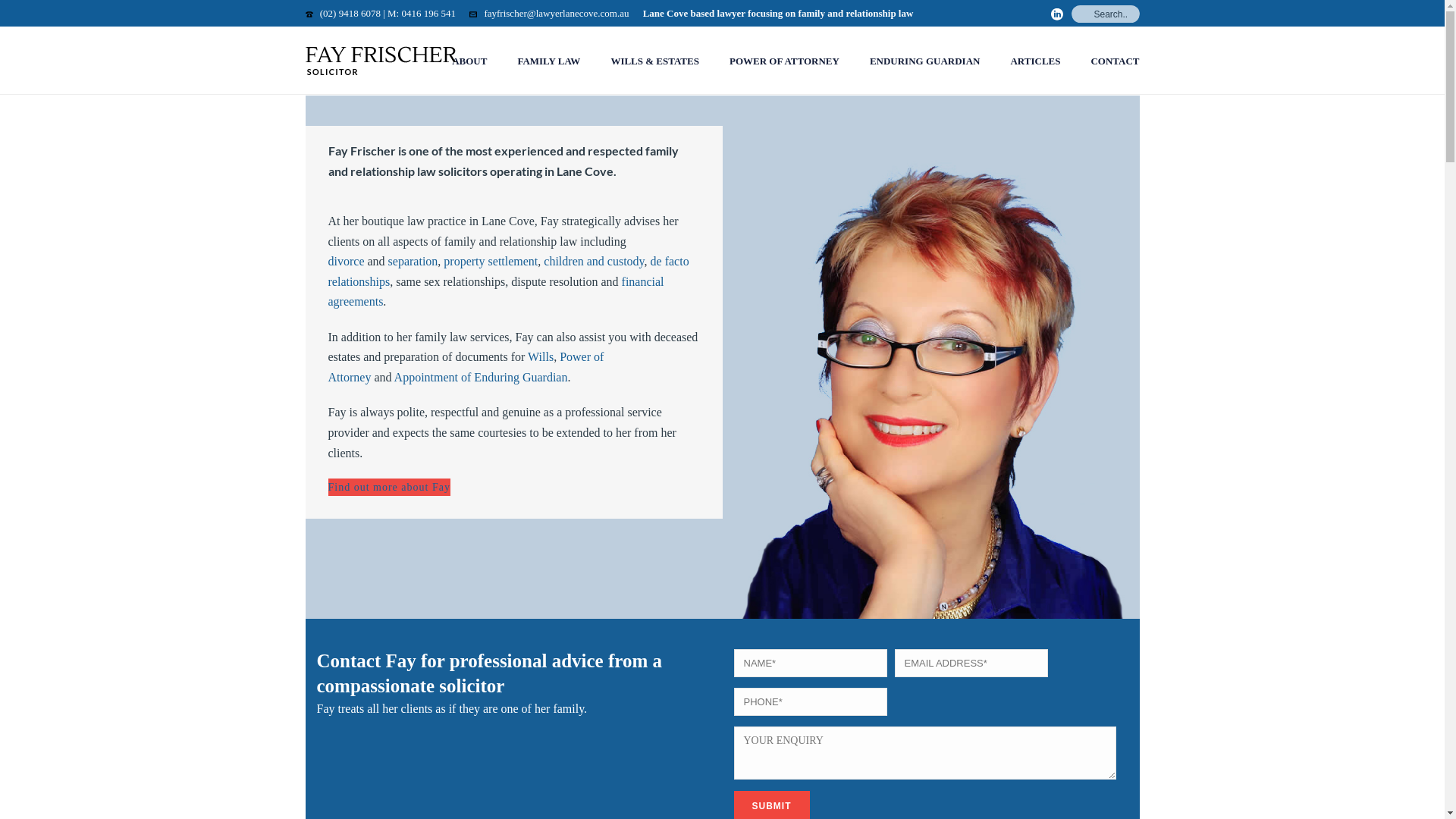 Image resolution: width=1456 pixels, height=819 pixels. What do you see at coordinates (327, 271) in the screenshot?
I see `'de facto relationships'` at bounding box center [327, 271].